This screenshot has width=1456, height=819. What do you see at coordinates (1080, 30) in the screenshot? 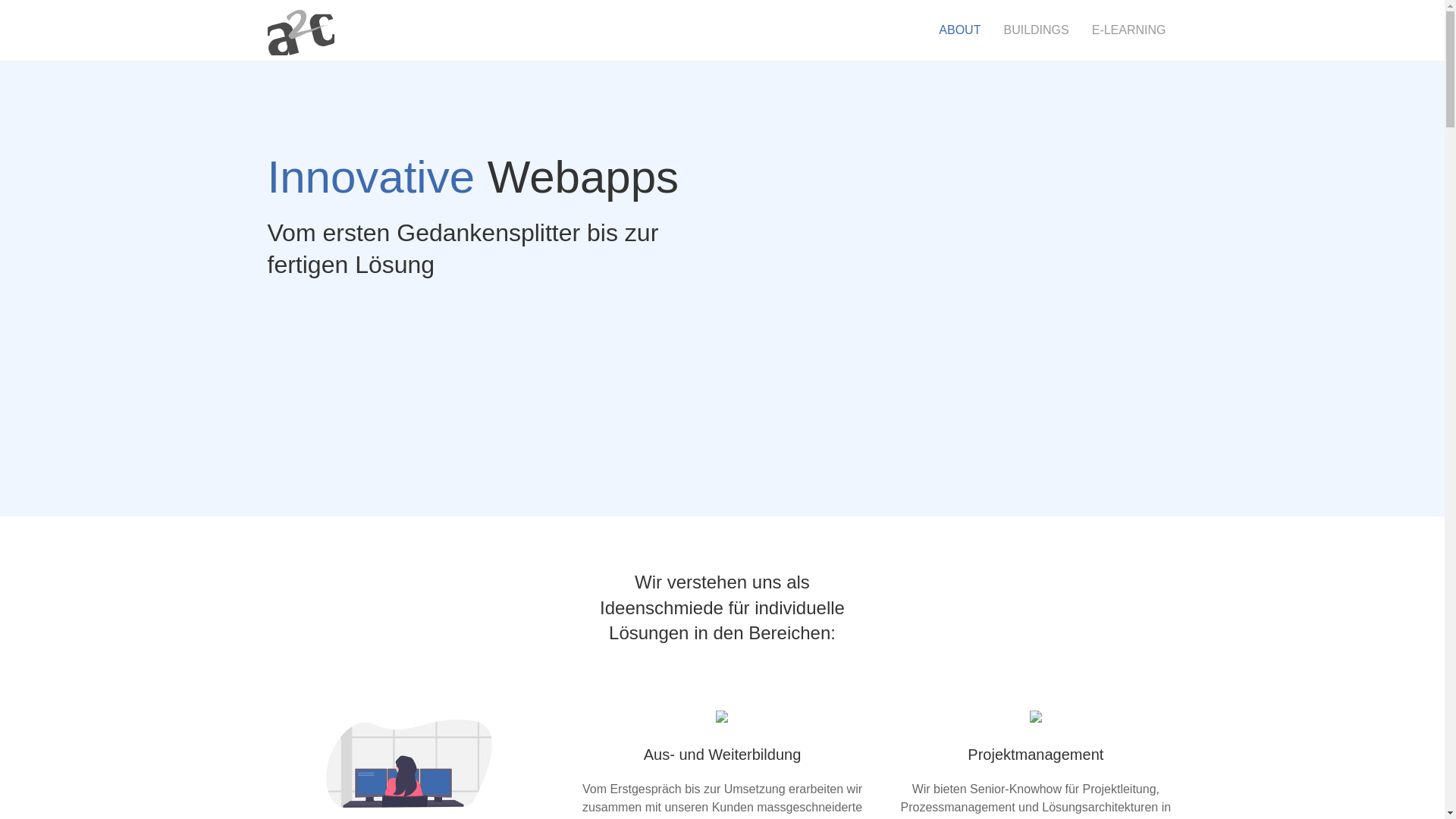
I see `'E-LEARNING'` at bounding box center [1080, 30].